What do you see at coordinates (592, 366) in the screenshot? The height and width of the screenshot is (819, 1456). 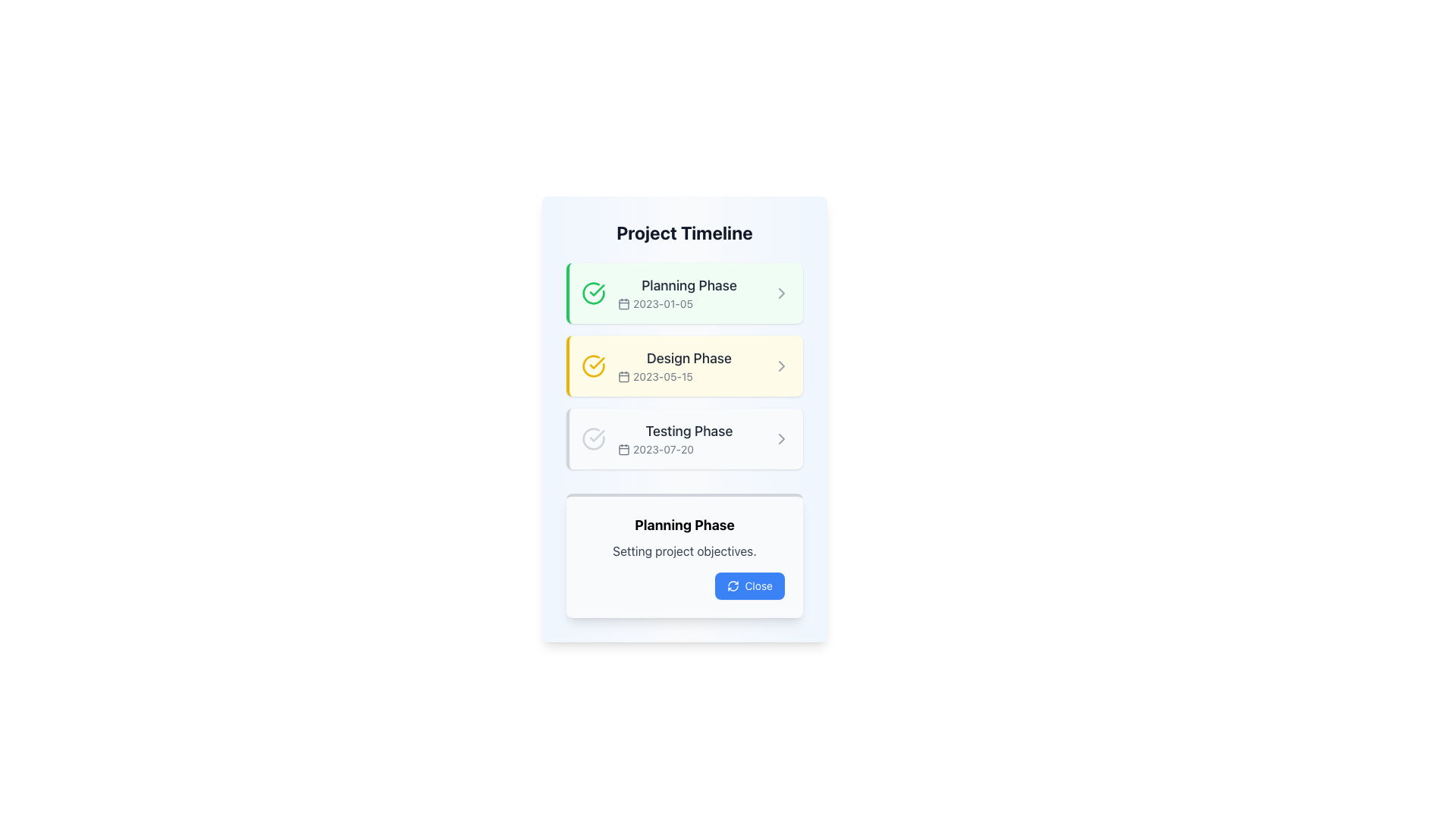 I see `the confirmation icon indicating the completion of the 'Design Phase' within the timeline interface, located next to the 'Design Phase' text` at bounding box center [592, 366].